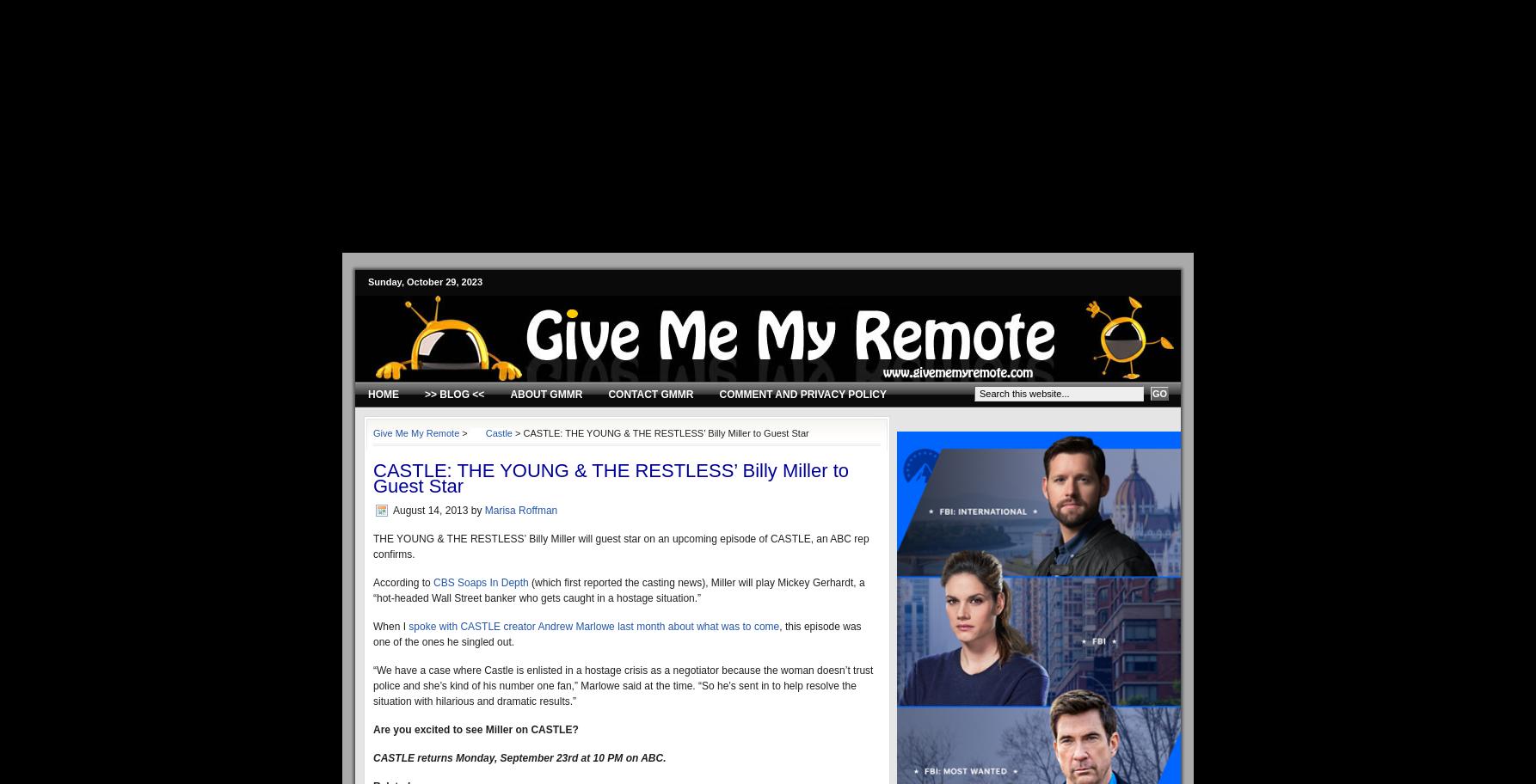  I want to click on 'Marisa Roffman', so click(482, 509).